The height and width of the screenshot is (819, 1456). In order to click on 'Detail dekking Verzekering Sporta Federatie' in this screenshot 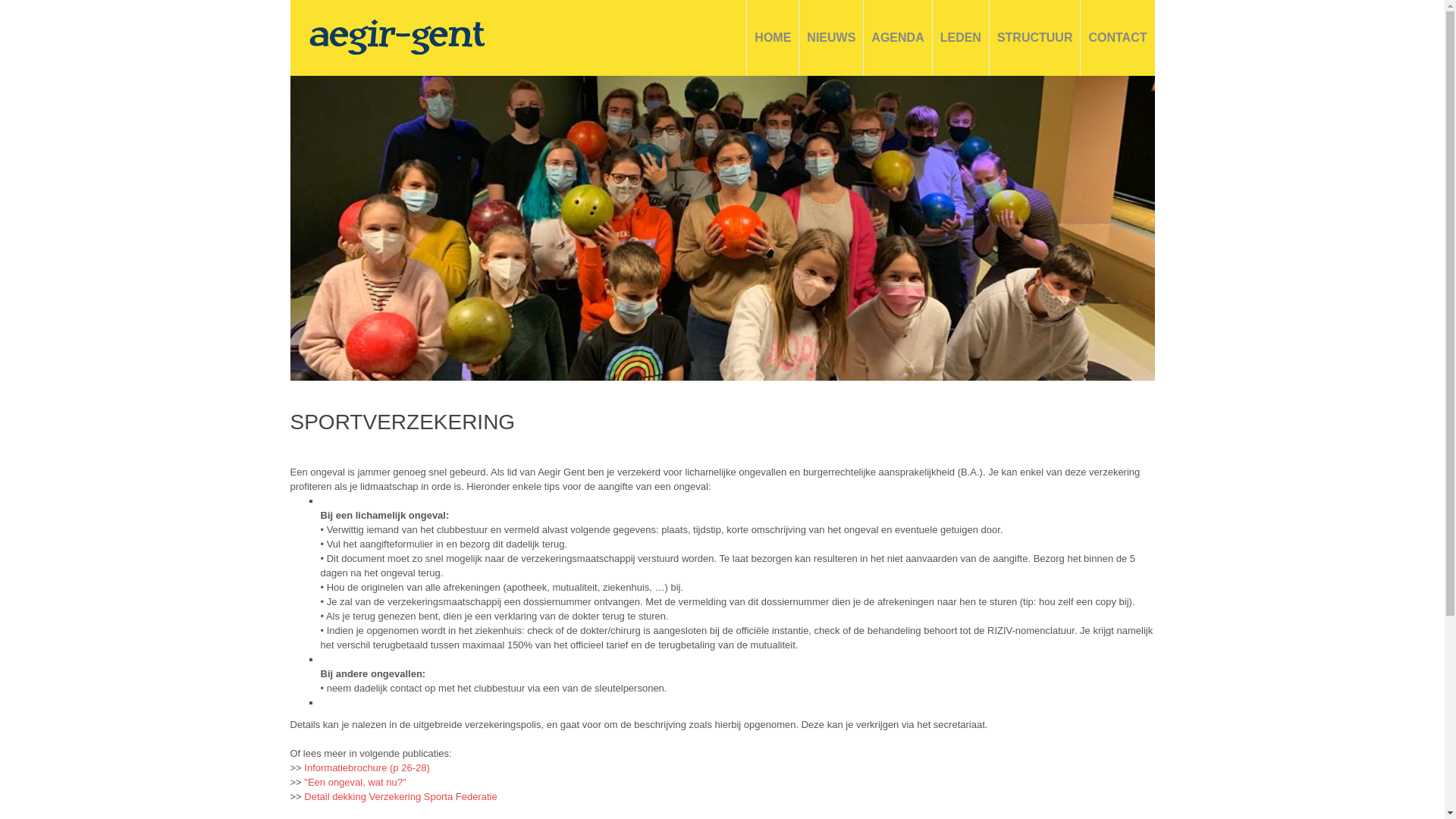, I will do `click(400, 795)`.